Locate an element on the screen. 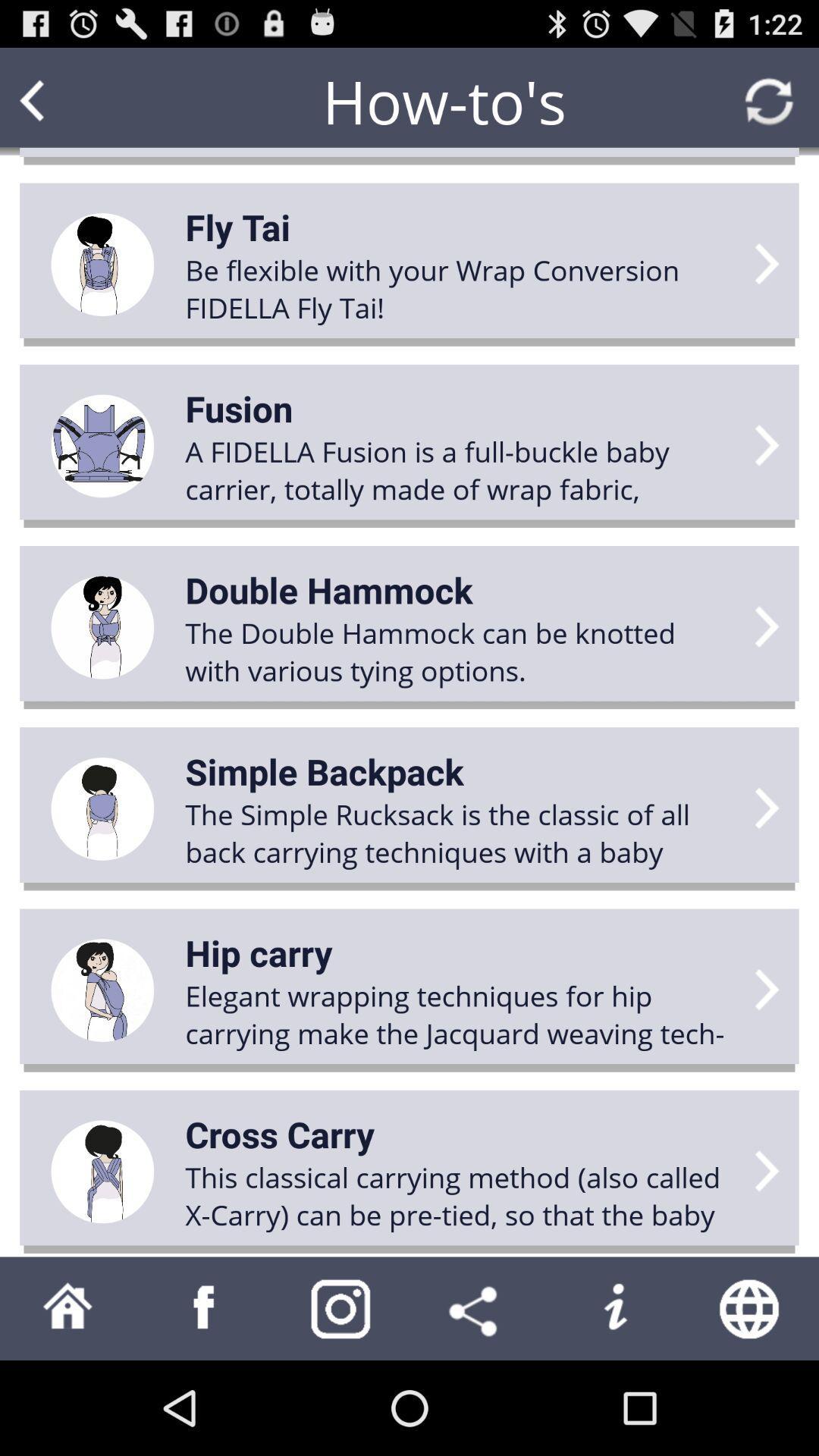 Image resolution: width=819 pixels, height=1456 pixels. icon next to the how-to's is located at coordinates (61, 100).